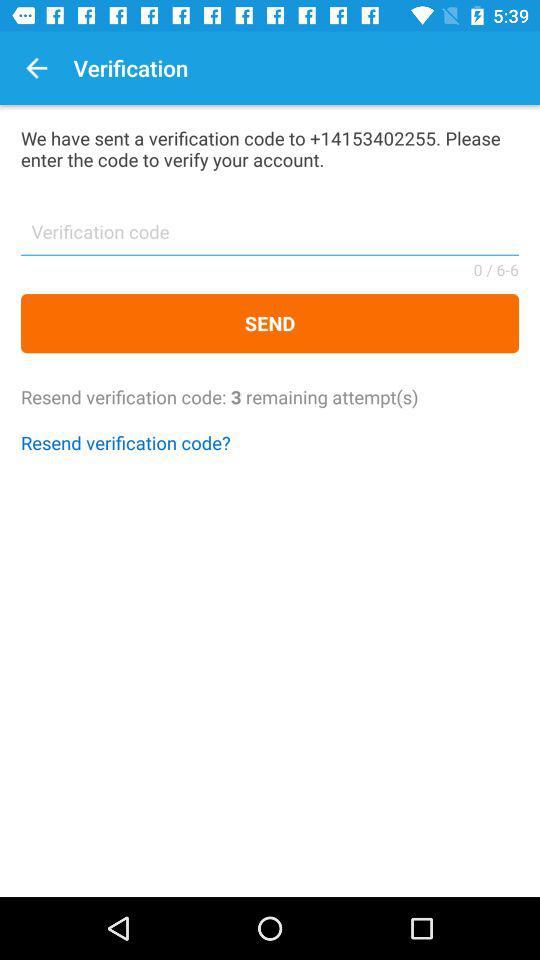 The width and height of the screenshot is (540, 960). What do you see at coordinates (270, 323) in the screenshot?
I see `the icon above resend verification code` at bounding box center [270, 323].